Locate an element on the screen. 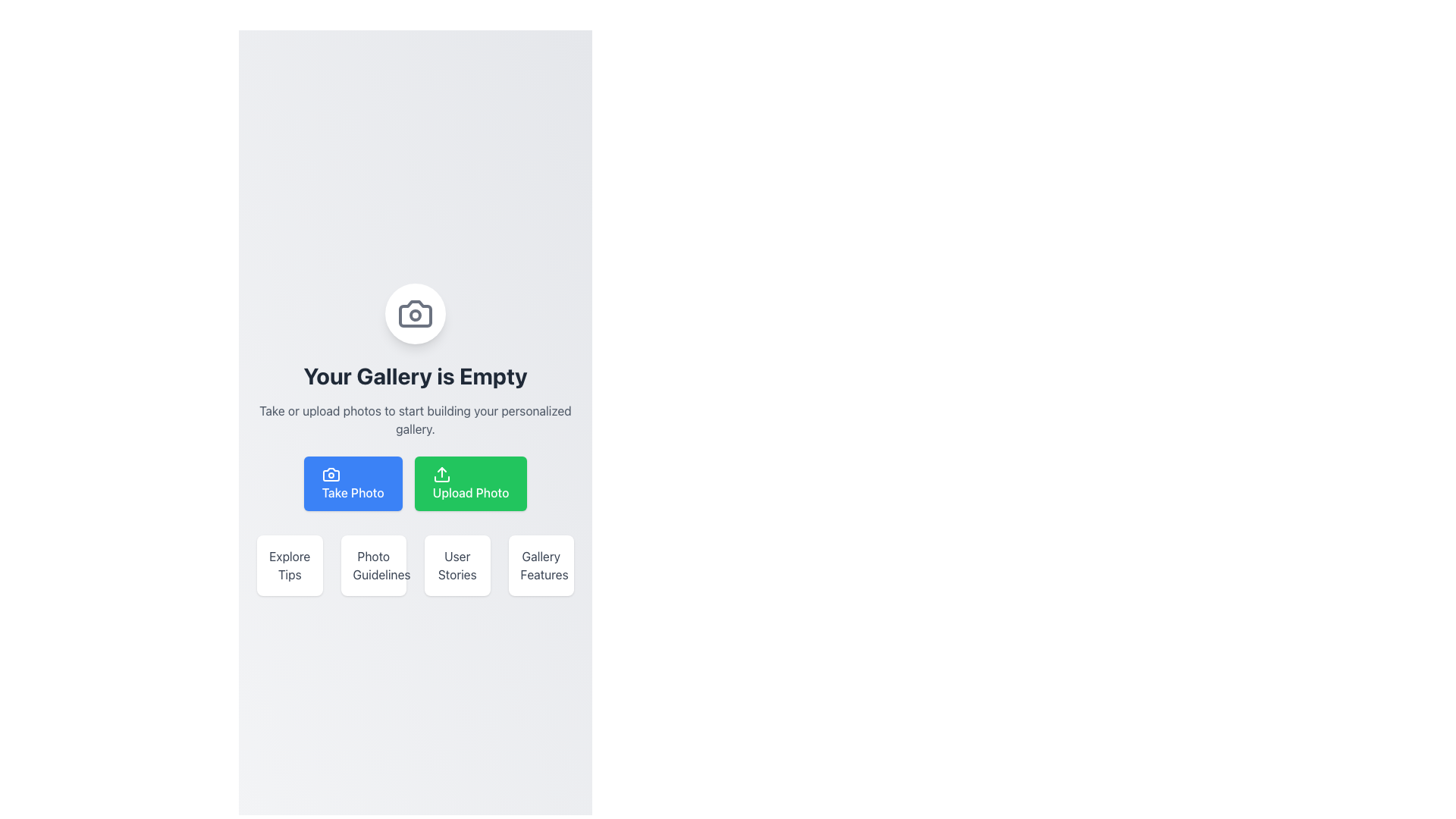 The image size is (1456, 819). the 'Upload Photo' button, which is a green button with a graphic icon on its left side is located at coordinates (441, 473).